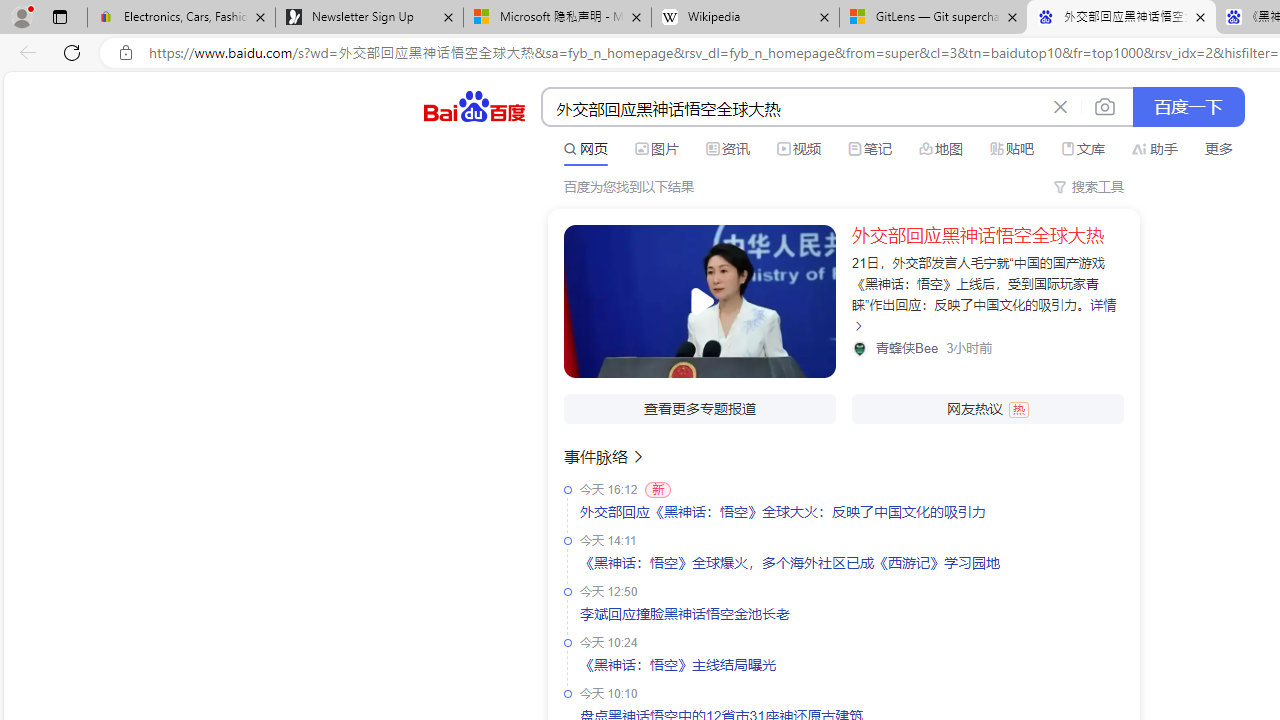  What do you see at coordinates (792, 108) in the screenshot?
I see `'AutomationID: kw'` at bounding box center [792, 108].